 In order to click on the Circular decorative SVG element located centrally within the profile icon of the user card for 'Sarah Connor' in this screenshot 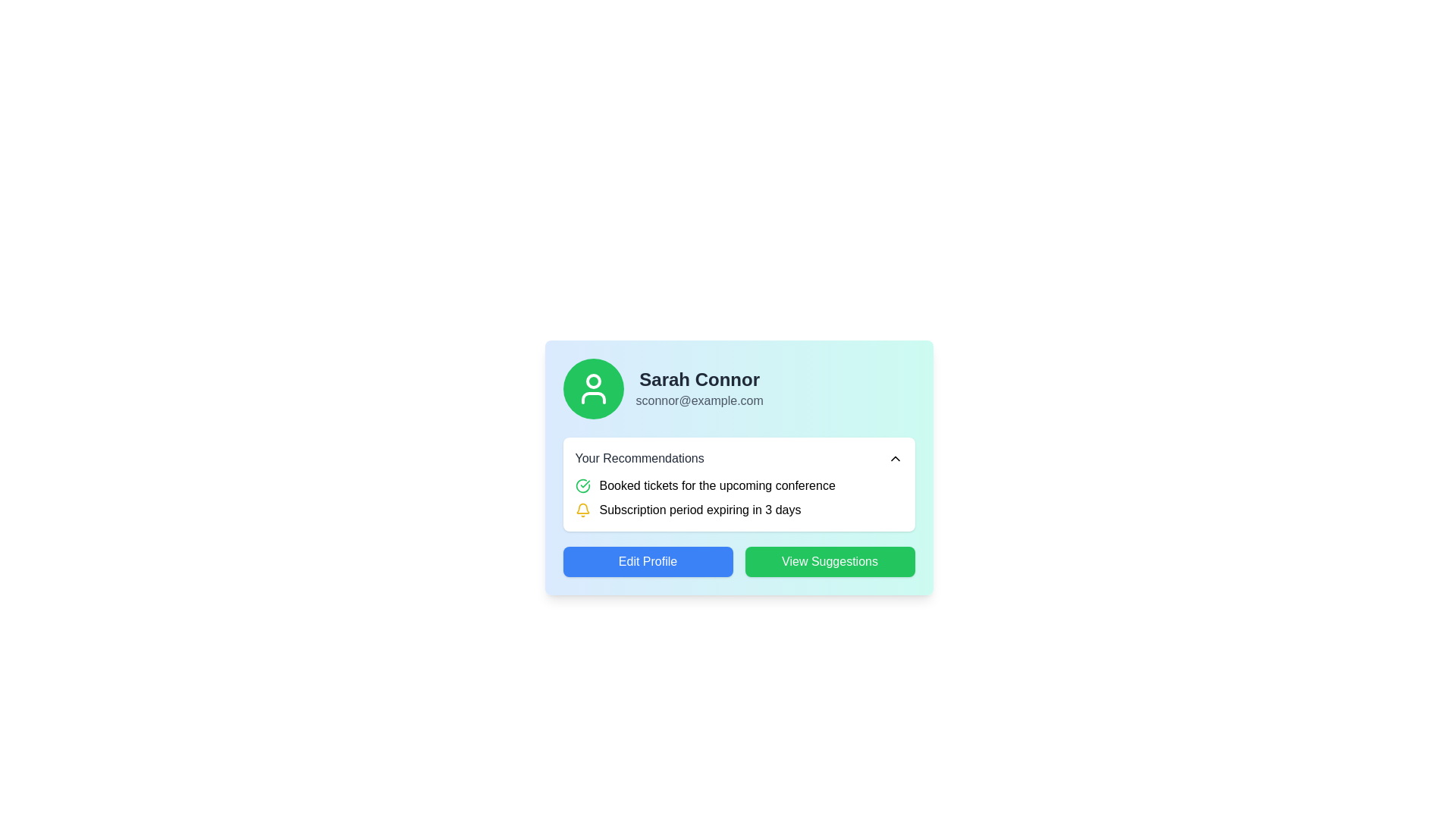, I will do `click(592, 380)`.